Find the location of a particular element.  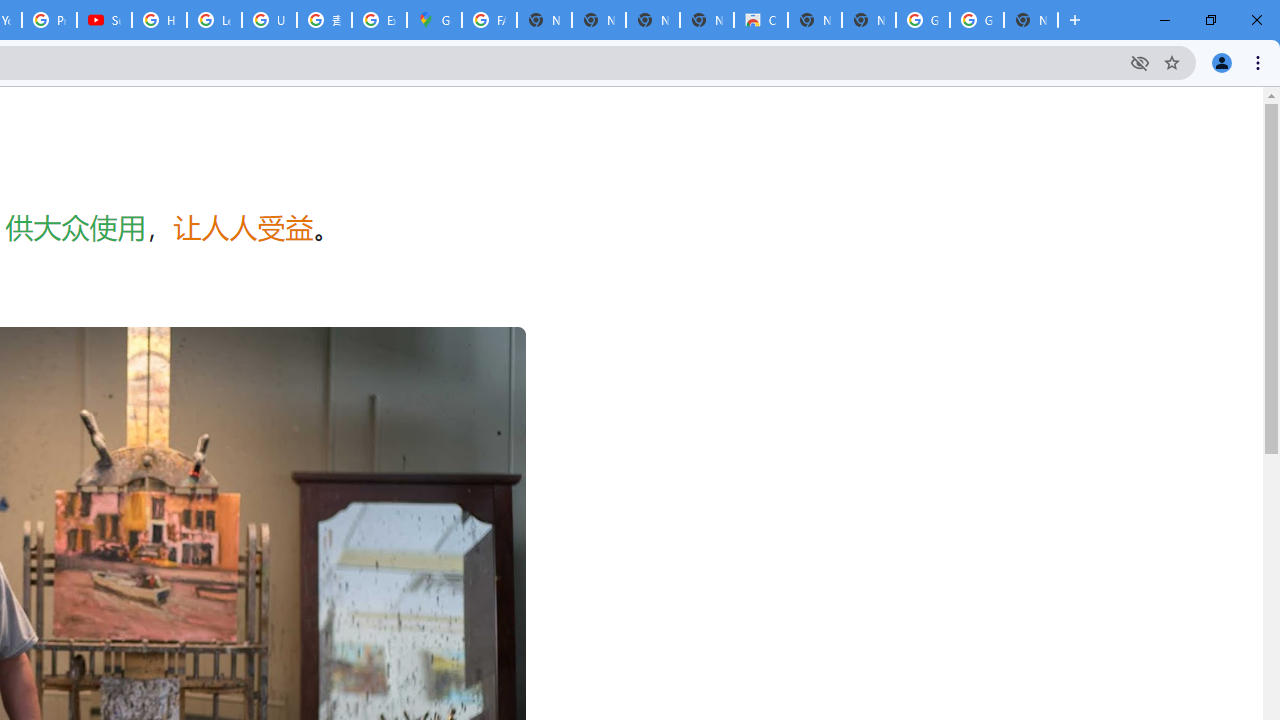

'How Chrome protects your passwords - Google Chrome Help' is located at coordinates (158, 20).